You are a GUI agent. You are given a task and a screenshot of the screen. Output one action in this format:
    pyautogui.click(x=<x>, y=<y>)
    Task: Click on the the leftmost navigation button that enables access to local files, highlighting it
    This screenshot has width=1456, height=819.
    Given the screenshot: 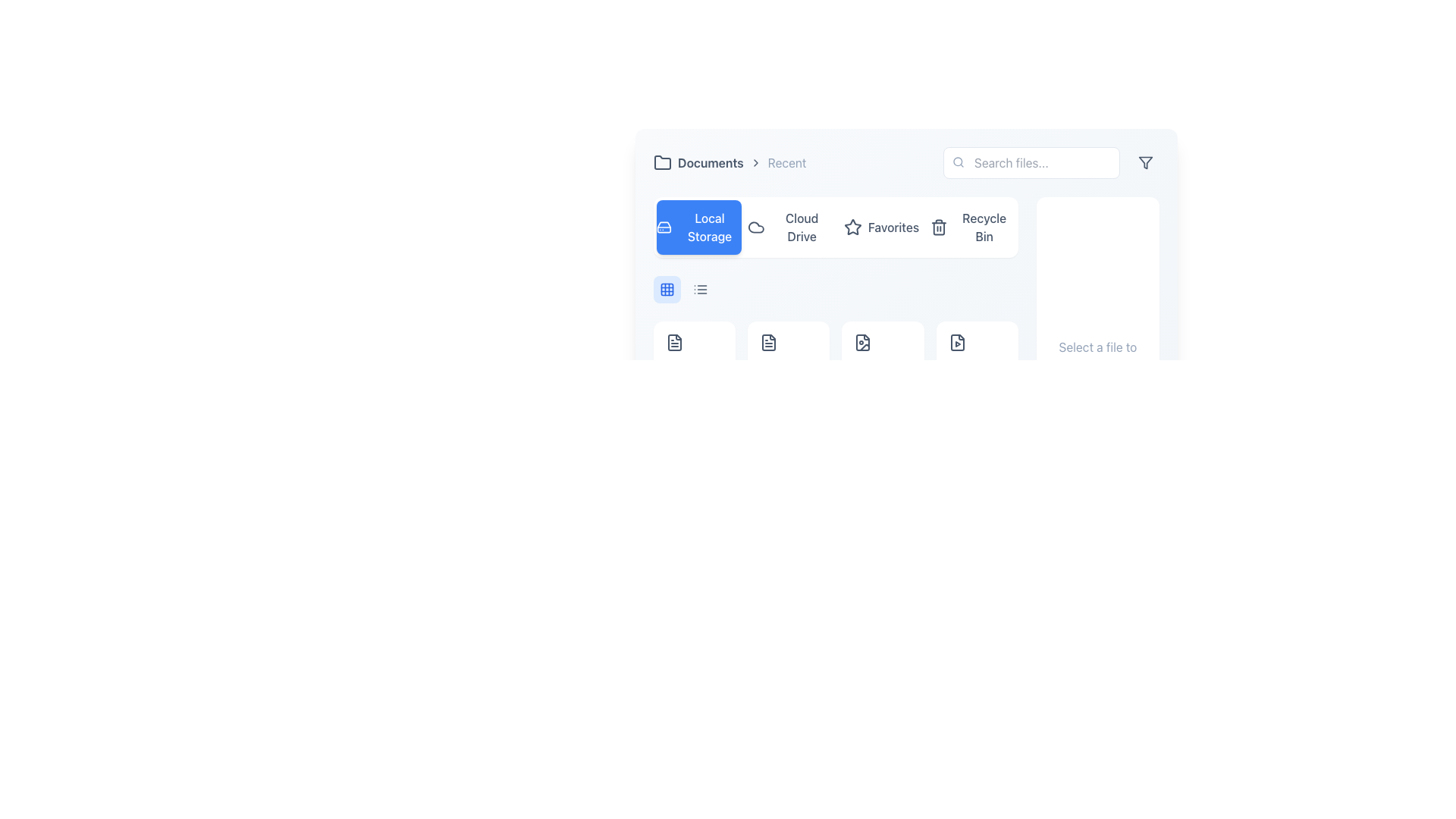 What is the action you would take?
    pyautogui.click(x=698, y=227)
    